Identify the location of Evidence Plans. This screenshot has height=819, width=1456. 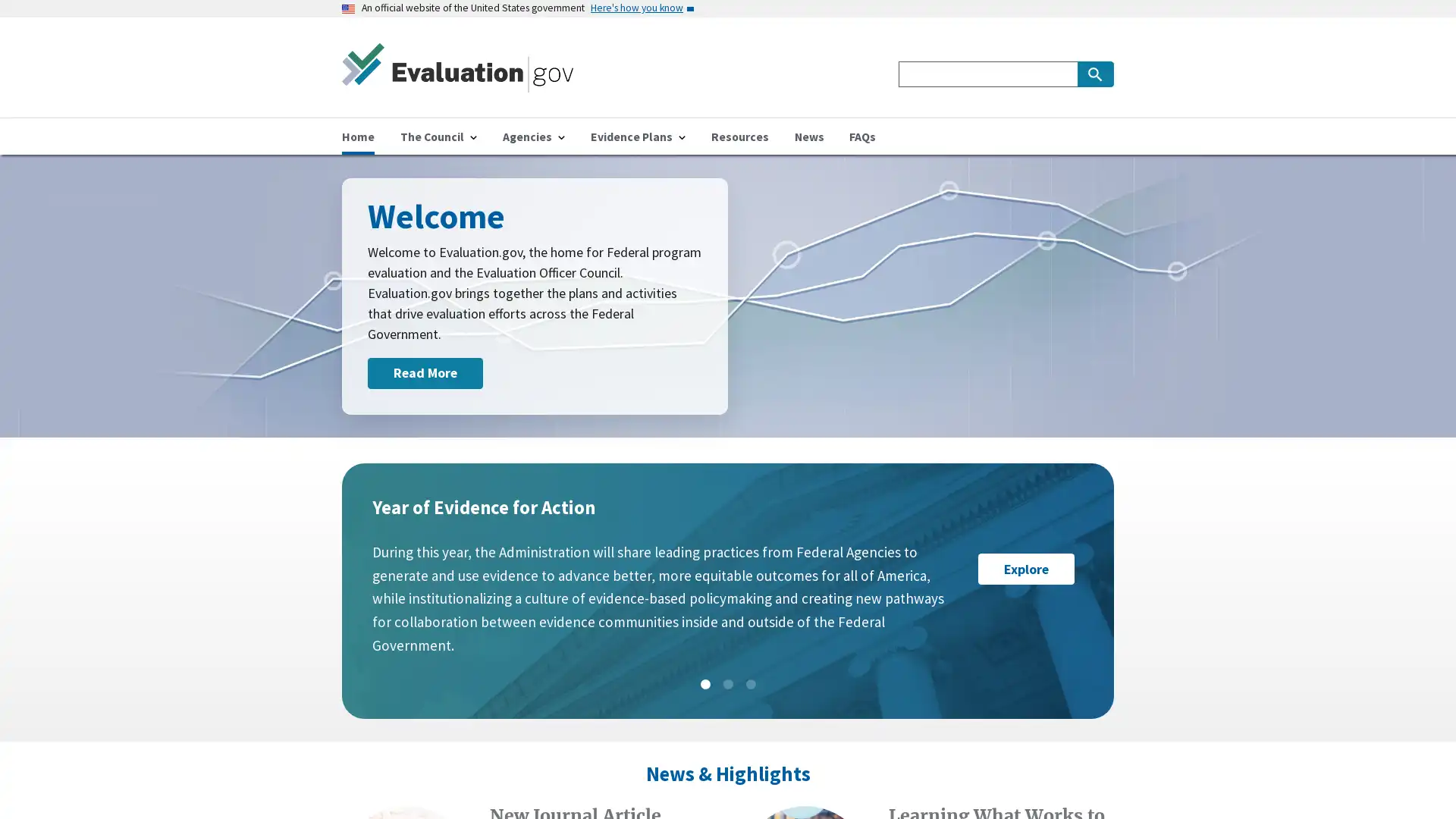
(637, 136).